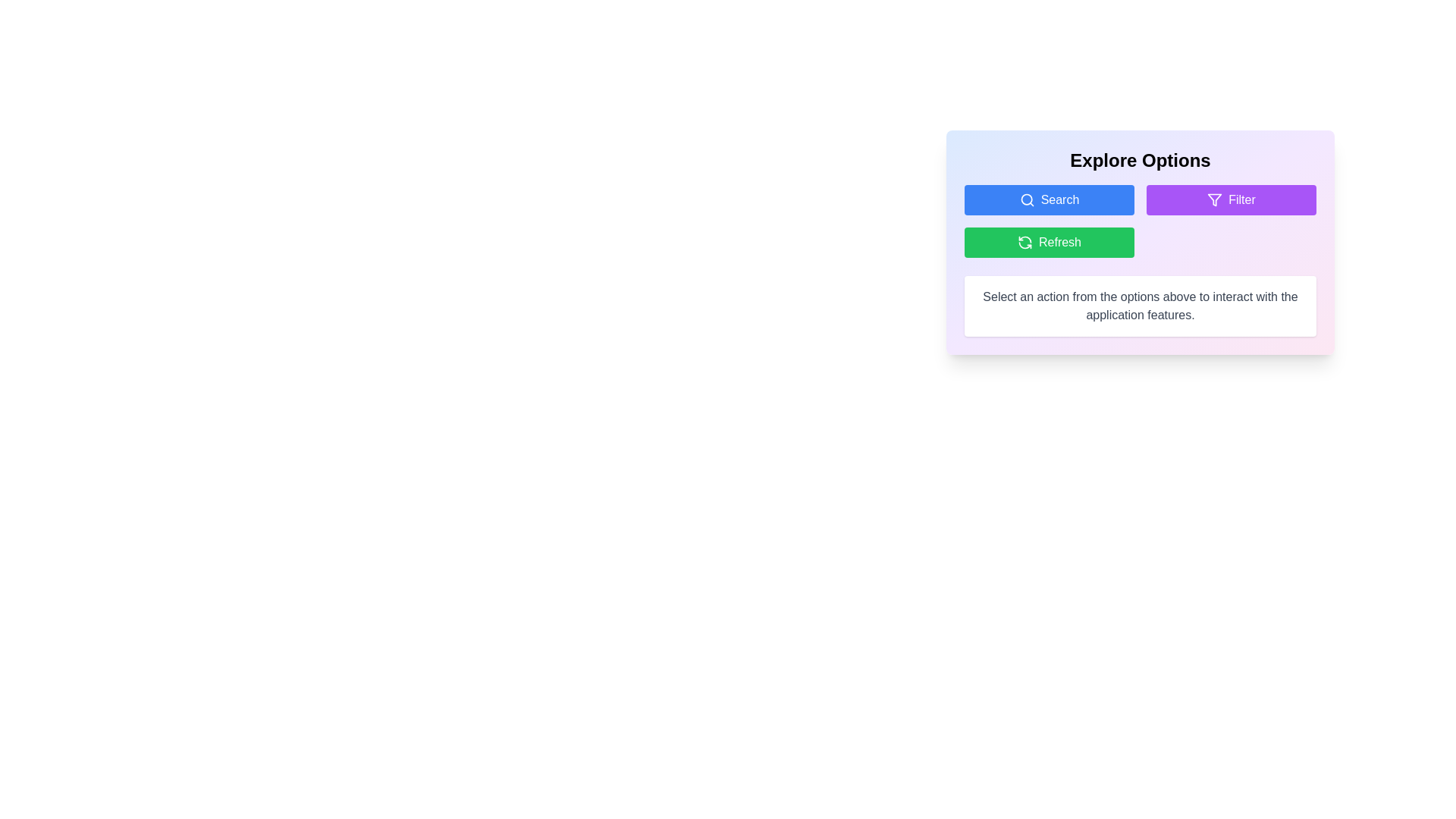 The image size is (1456, 819). I want to click on the 'Filter' button with a purple background and white text, so click(1231, 199).